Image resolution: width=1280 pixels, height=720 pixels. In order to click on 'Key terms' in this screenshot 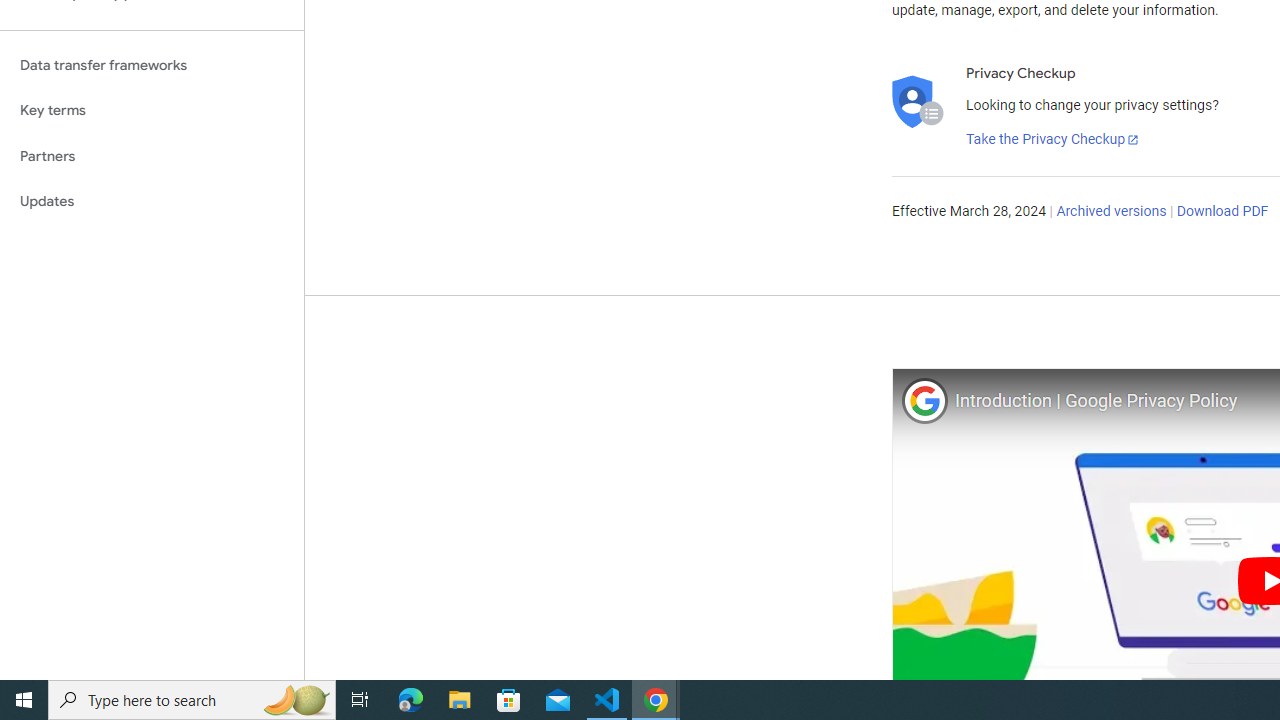, I will do `click(151, 110)`.